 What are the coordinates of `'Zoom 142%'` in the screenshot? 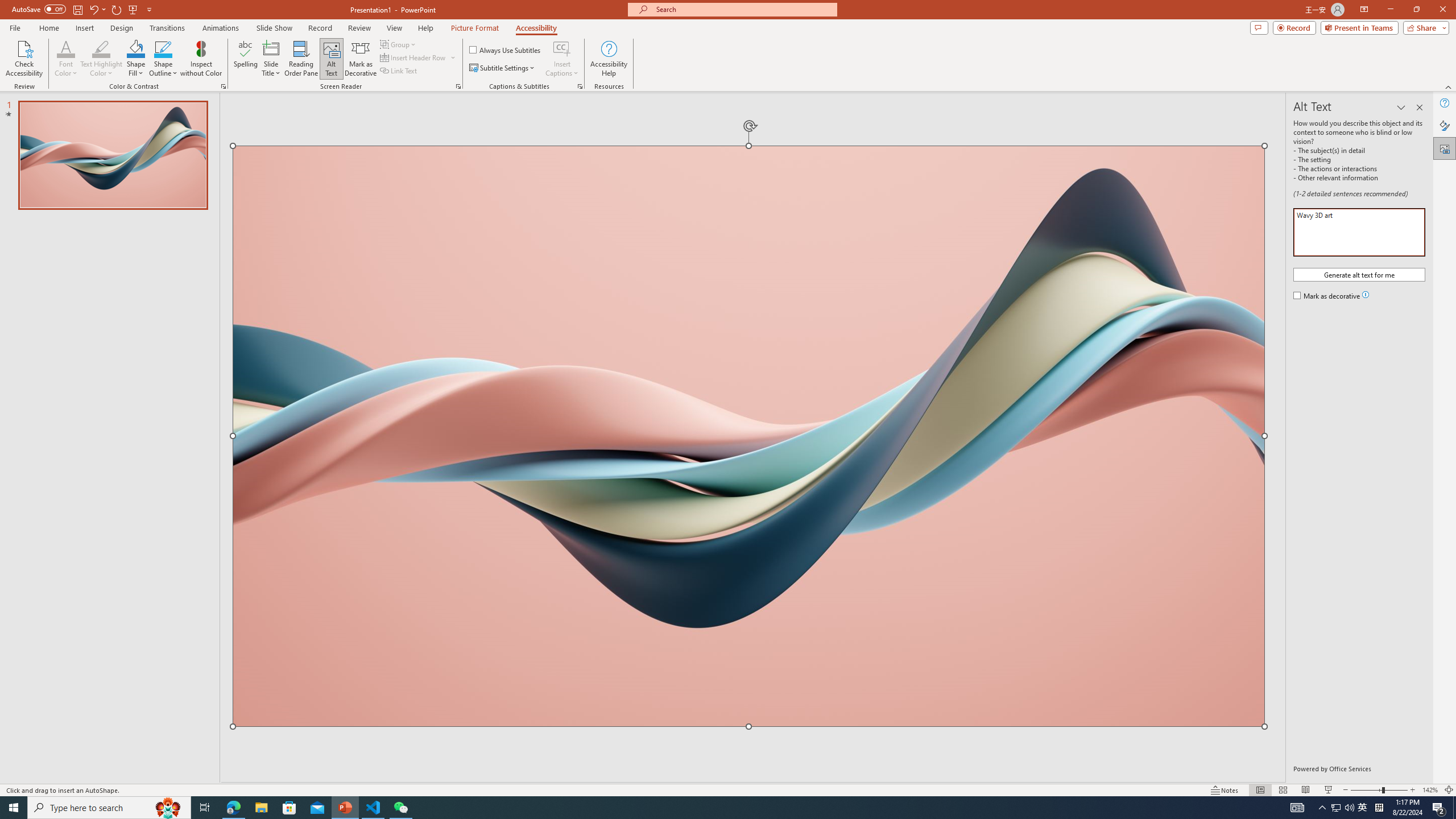 It's located at (1430, 790).